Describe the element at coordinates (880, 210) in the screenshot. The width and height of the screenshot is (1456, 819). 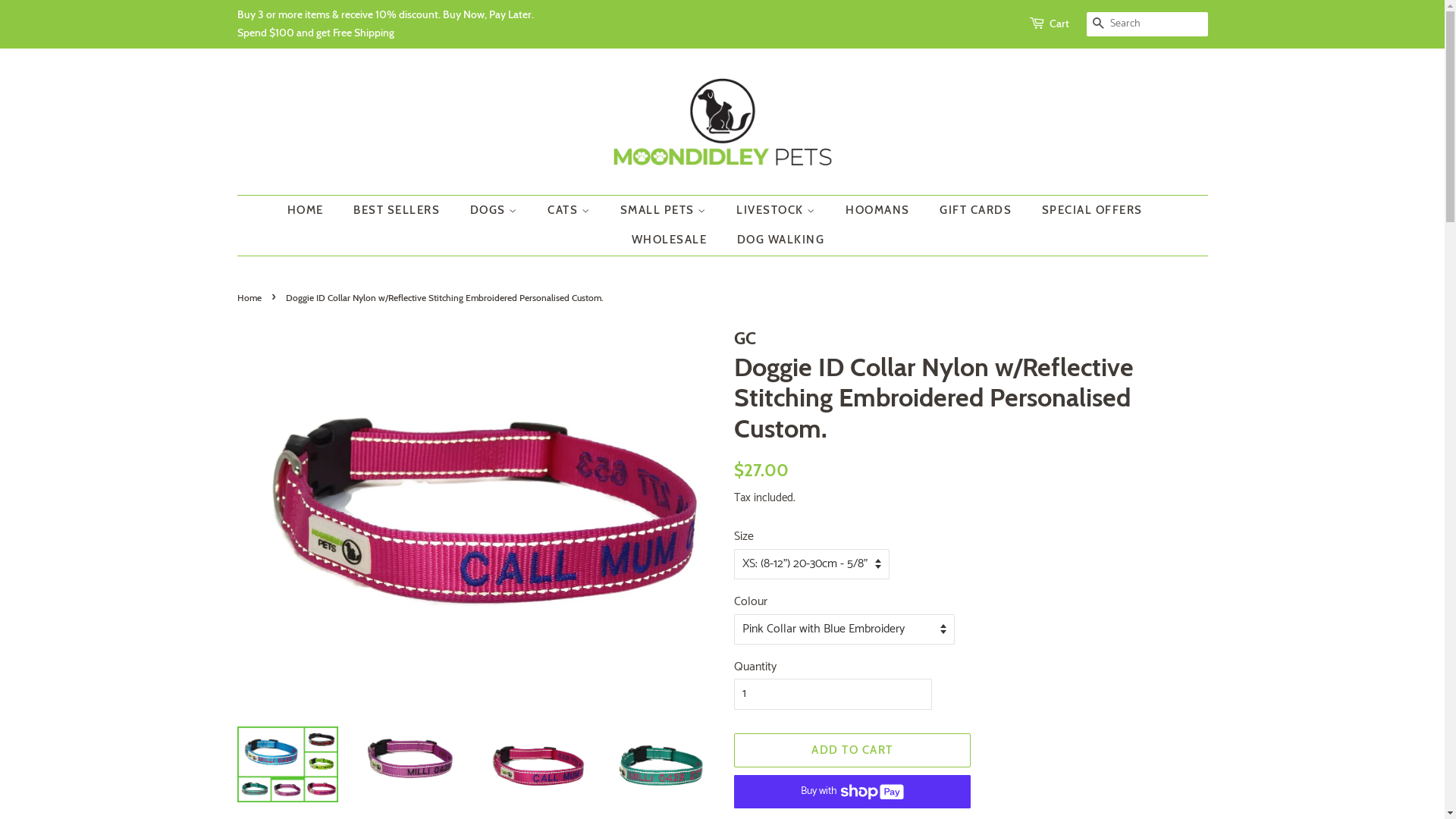
I see `'HOOMANS'` at that location.